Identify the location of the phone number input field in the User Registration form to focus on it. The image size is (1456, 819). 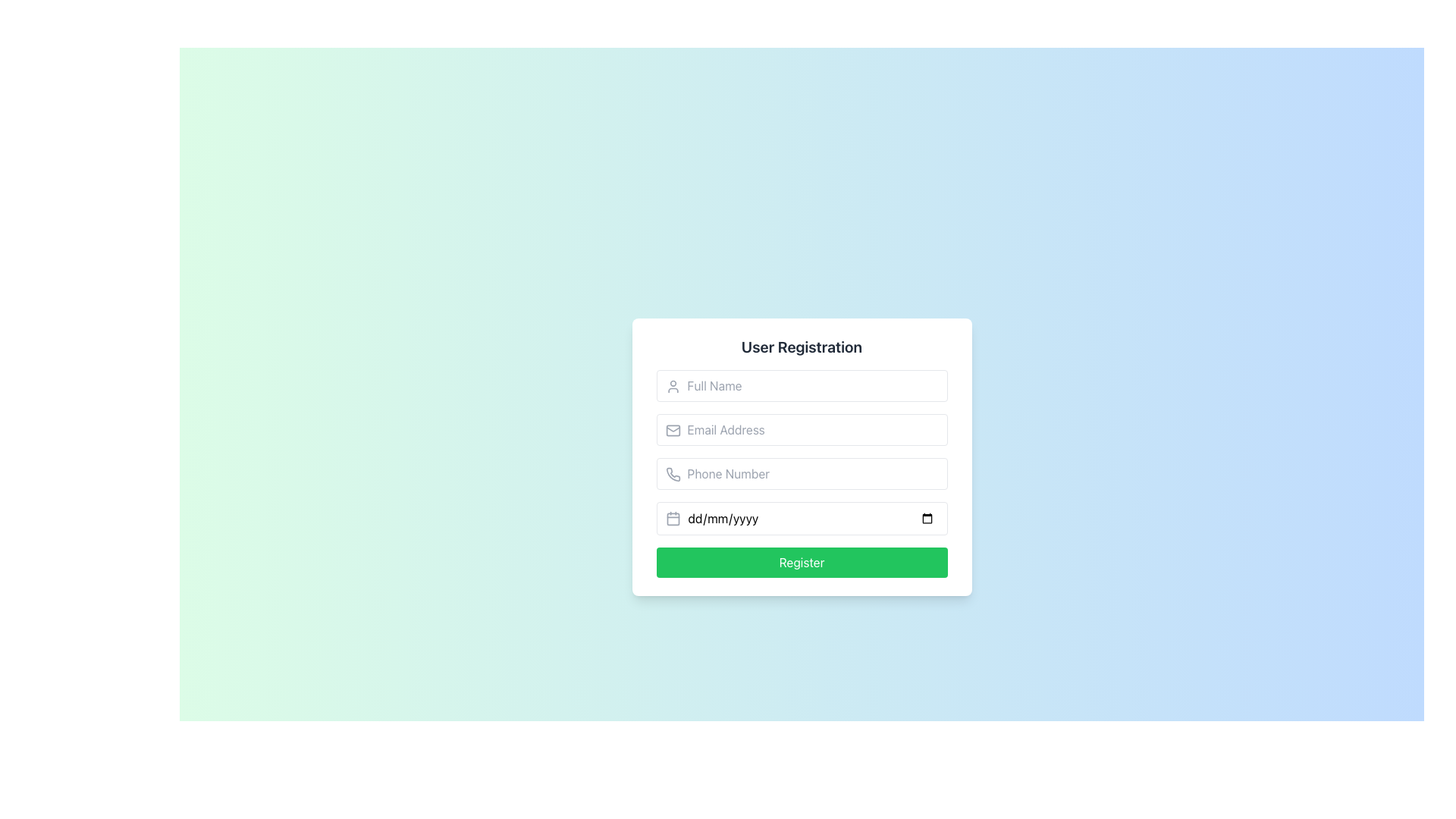
(801, 456).